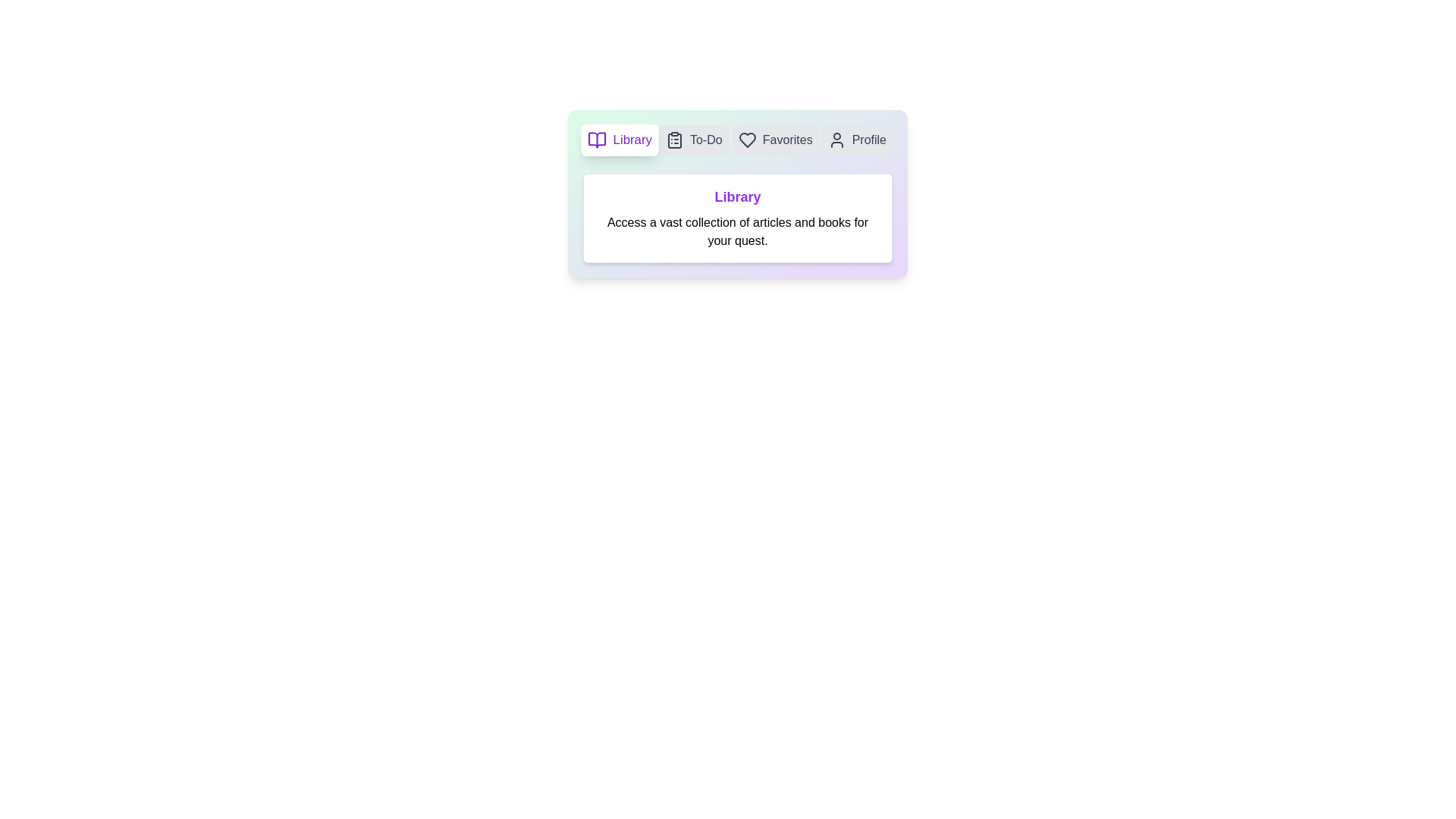 The image size is (1456, 819). Describe the element at coordinates (775, 140) in the screenshot. I see `the tab icon corresponding to Favorites` at that location.